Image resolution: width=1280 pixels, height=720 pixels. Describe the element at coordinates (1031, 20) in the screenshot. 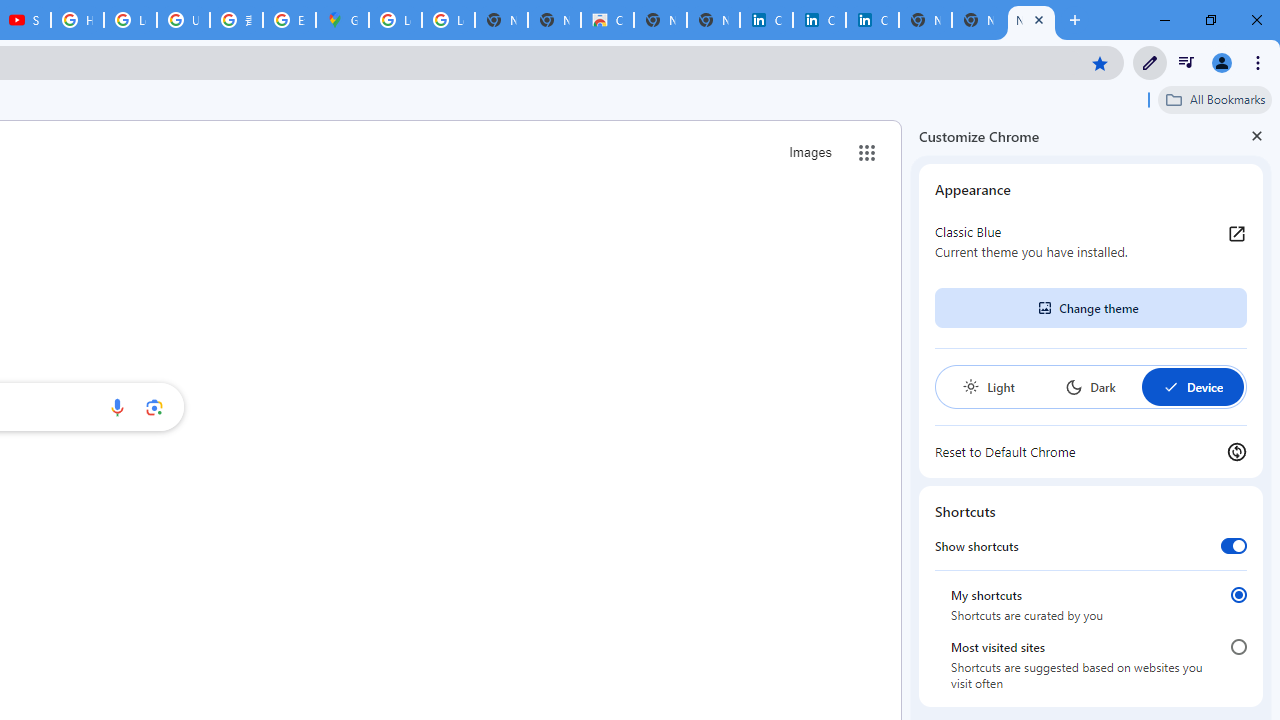

I see `'New Tab'` at that location.